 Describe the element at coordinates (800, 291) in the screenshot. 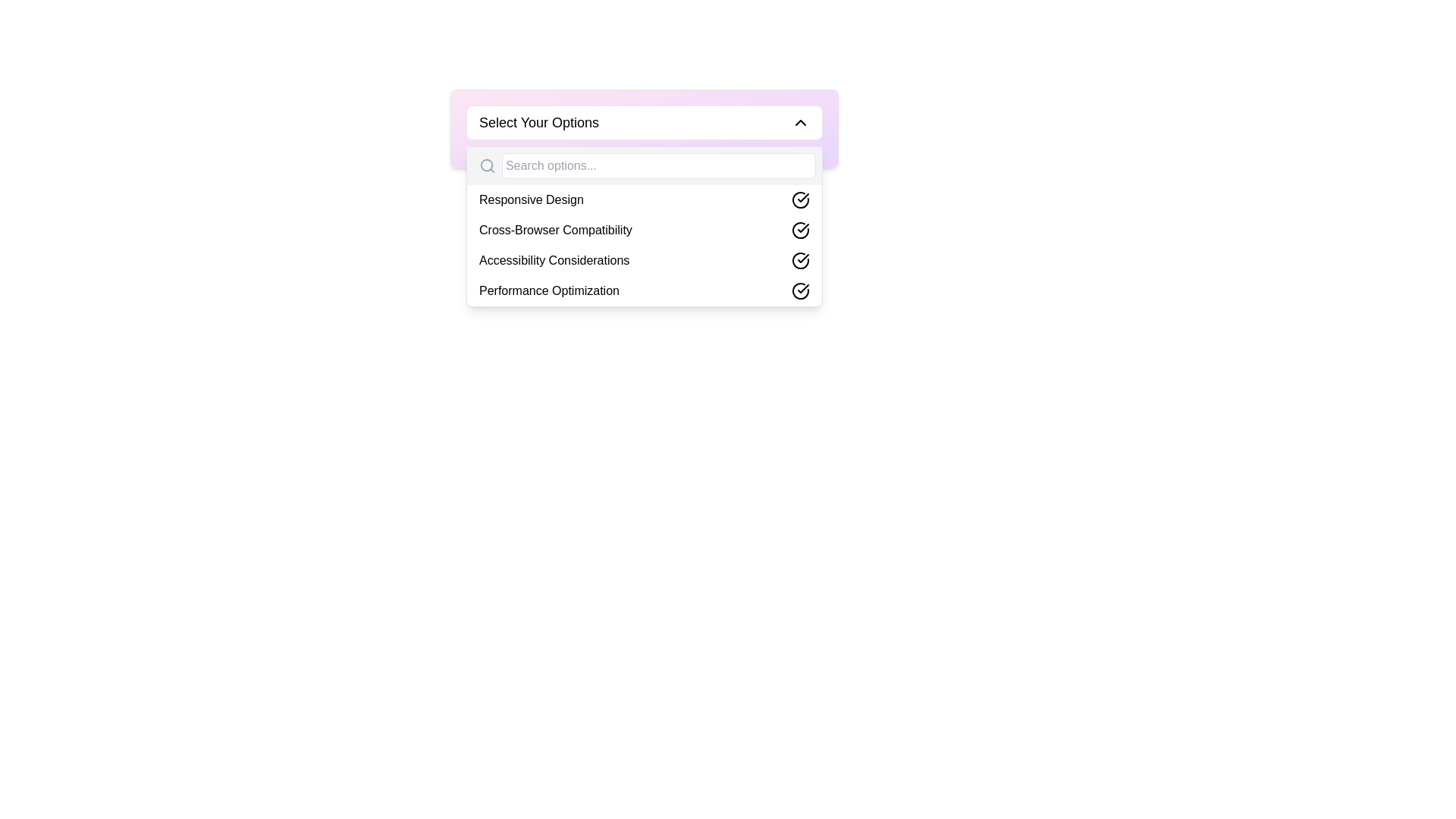

I see `the circular icon indicating the 'Performance Optimization' option, which confirms its selection status` at that location.